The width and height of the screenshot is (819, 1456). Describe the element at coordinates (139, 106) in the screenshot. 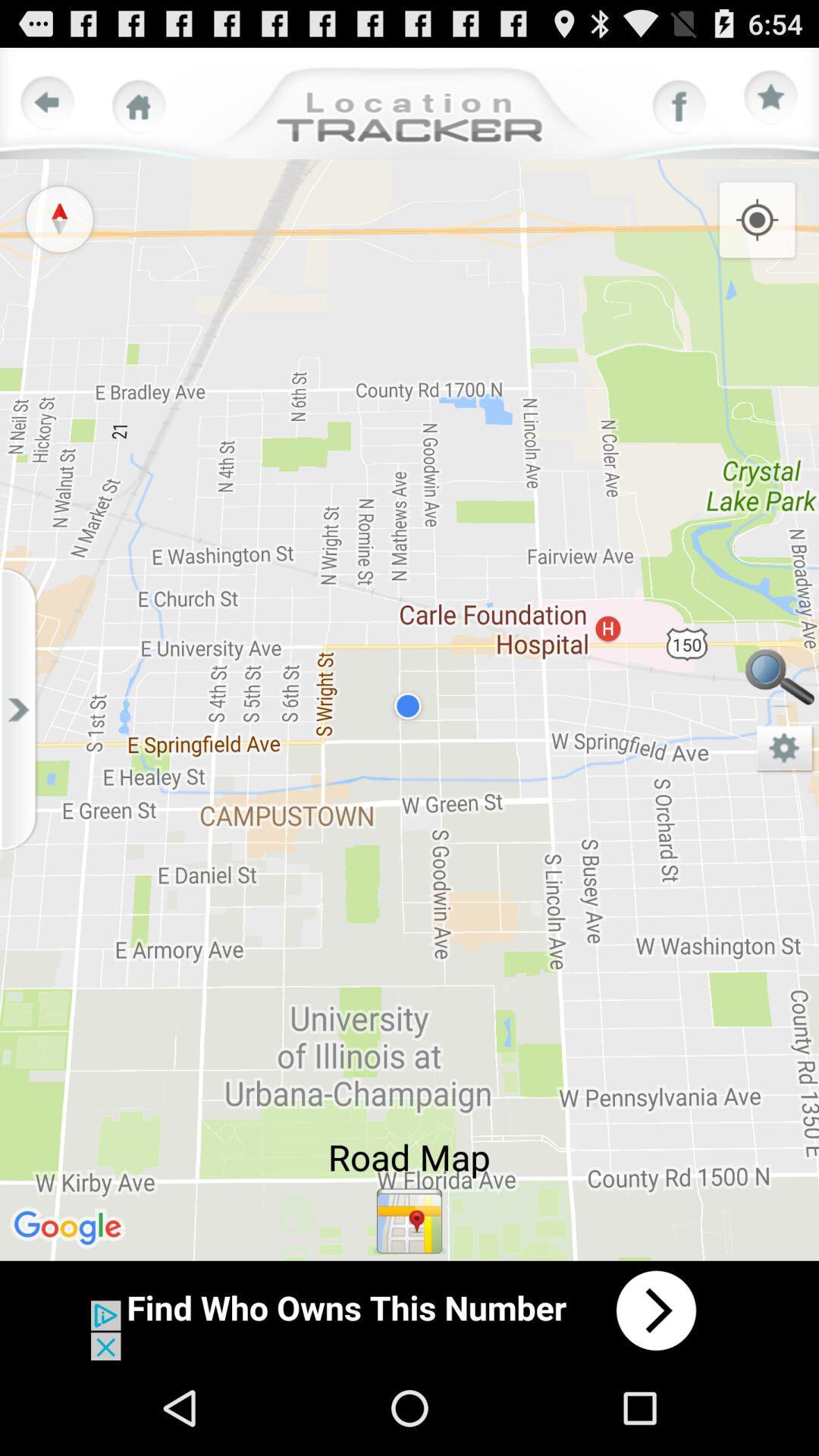

I see `home screen` at that location.